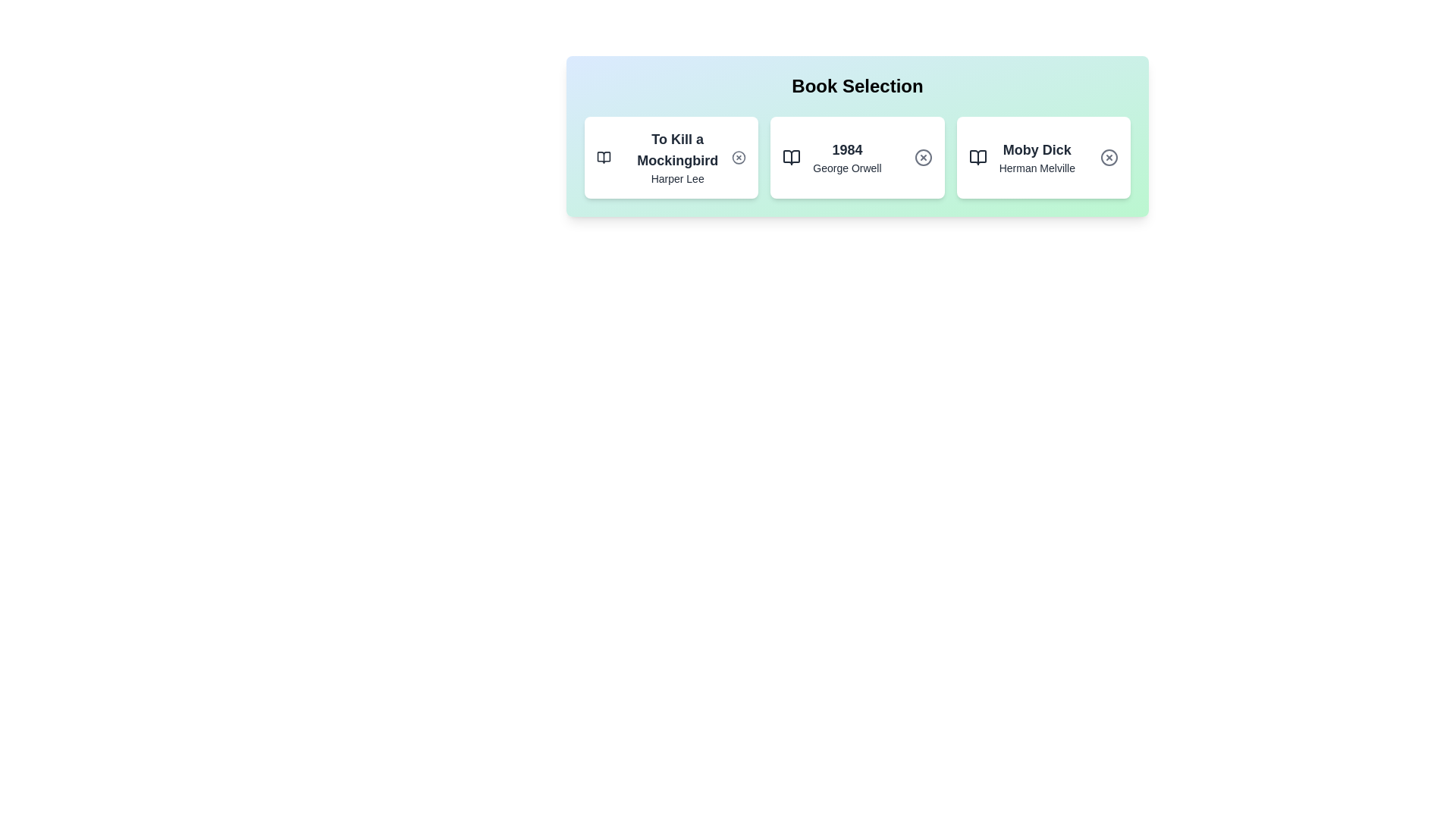 This screenshot has height=819, width=1456. What do you see at coordinates (670, 158) in the screenshot?
I see `the book chip to inspect the book details` at bounding box center [670, 158].